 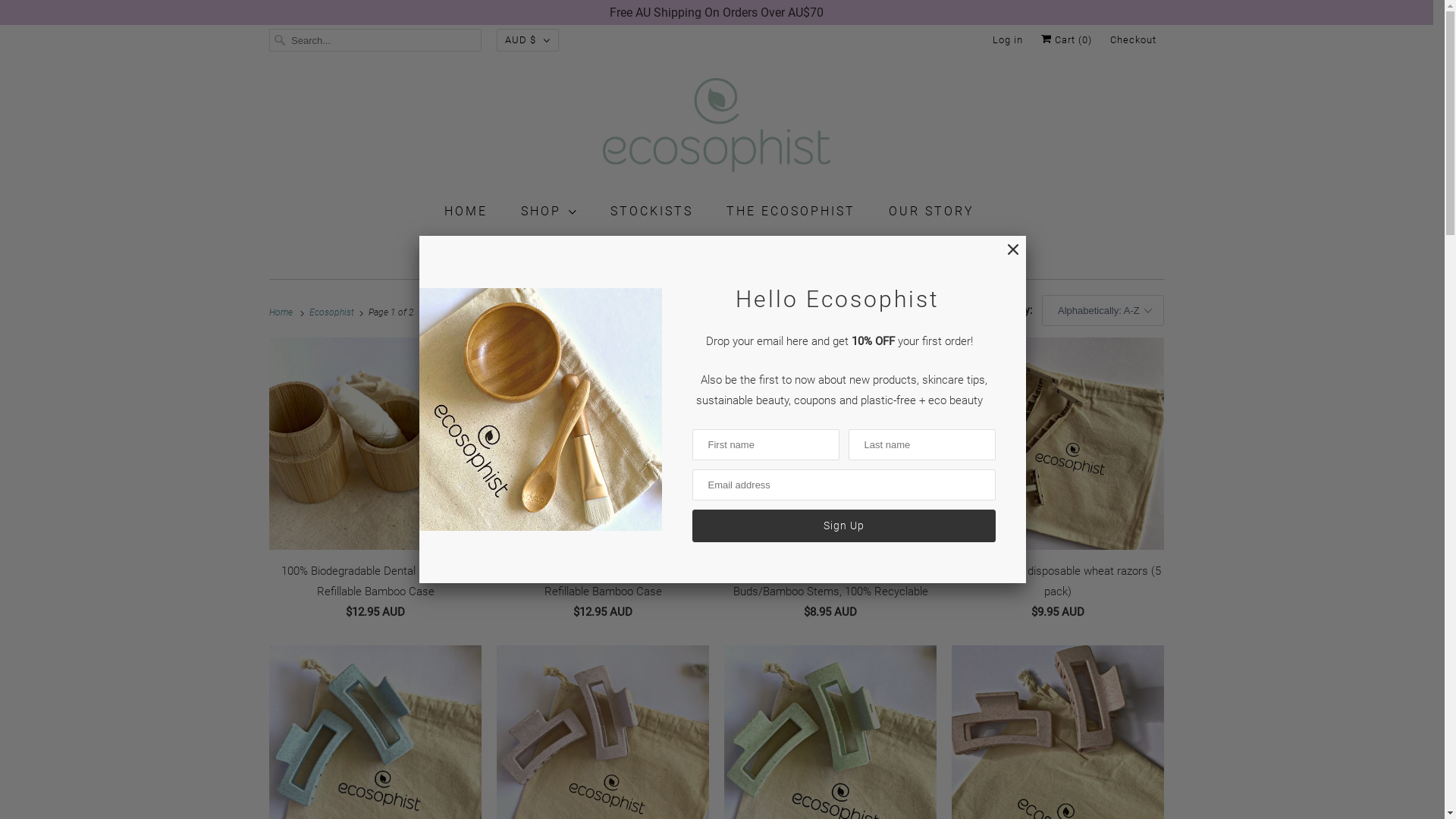 What do you see at coordinates (930, 211) in the screenshot?
I see `'OUR STORY'` at bounding box center [930, 211].